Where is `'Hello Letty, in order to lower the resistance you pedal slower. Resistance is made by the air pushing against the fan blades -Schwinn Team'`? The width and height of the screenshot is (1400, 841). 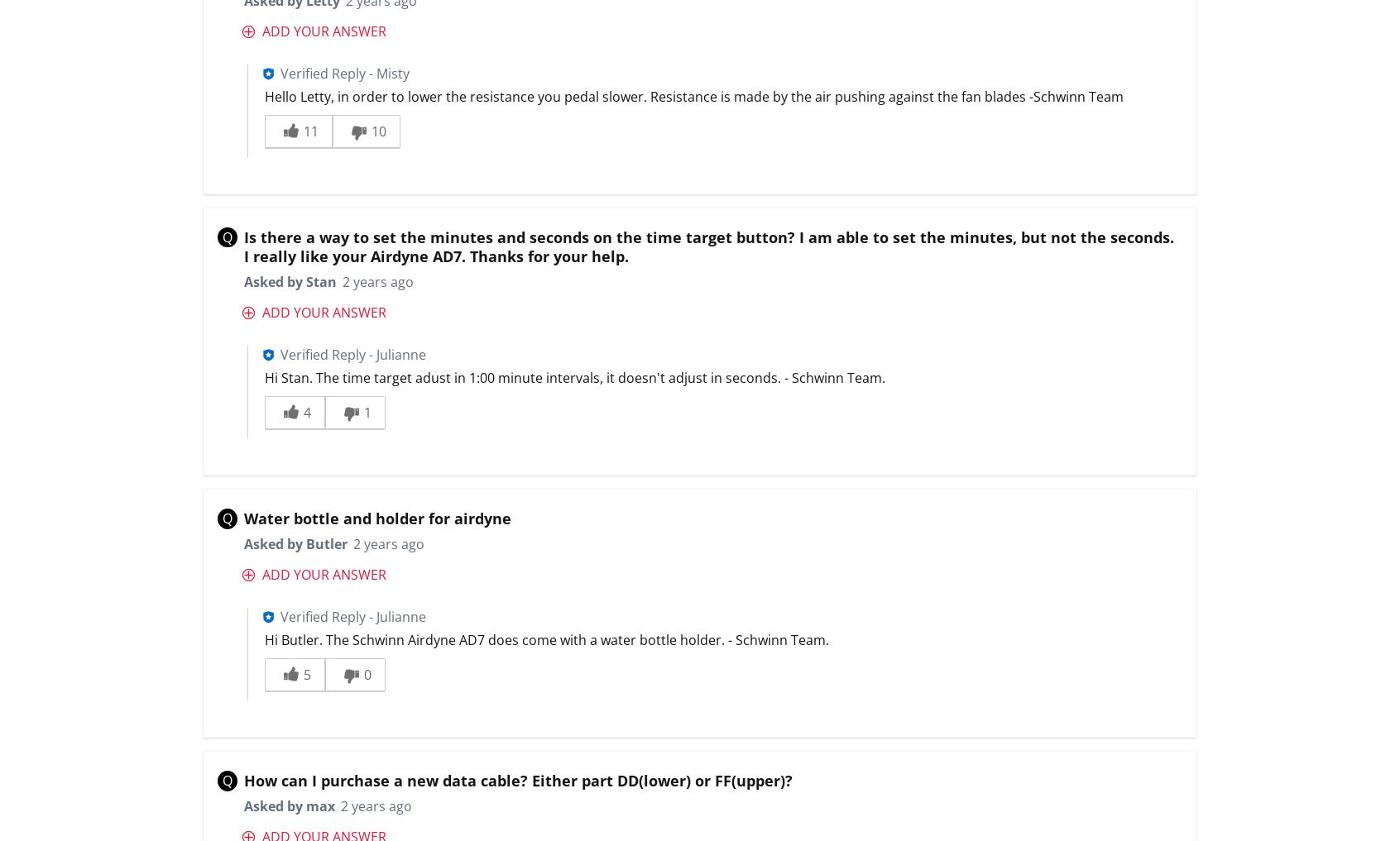
'Hello Letty, in order to lower the resistance you pedal slower. Resistance is made by the air pushing against the fan blades -Schwinn Team' is located at coordinates (694, 95).